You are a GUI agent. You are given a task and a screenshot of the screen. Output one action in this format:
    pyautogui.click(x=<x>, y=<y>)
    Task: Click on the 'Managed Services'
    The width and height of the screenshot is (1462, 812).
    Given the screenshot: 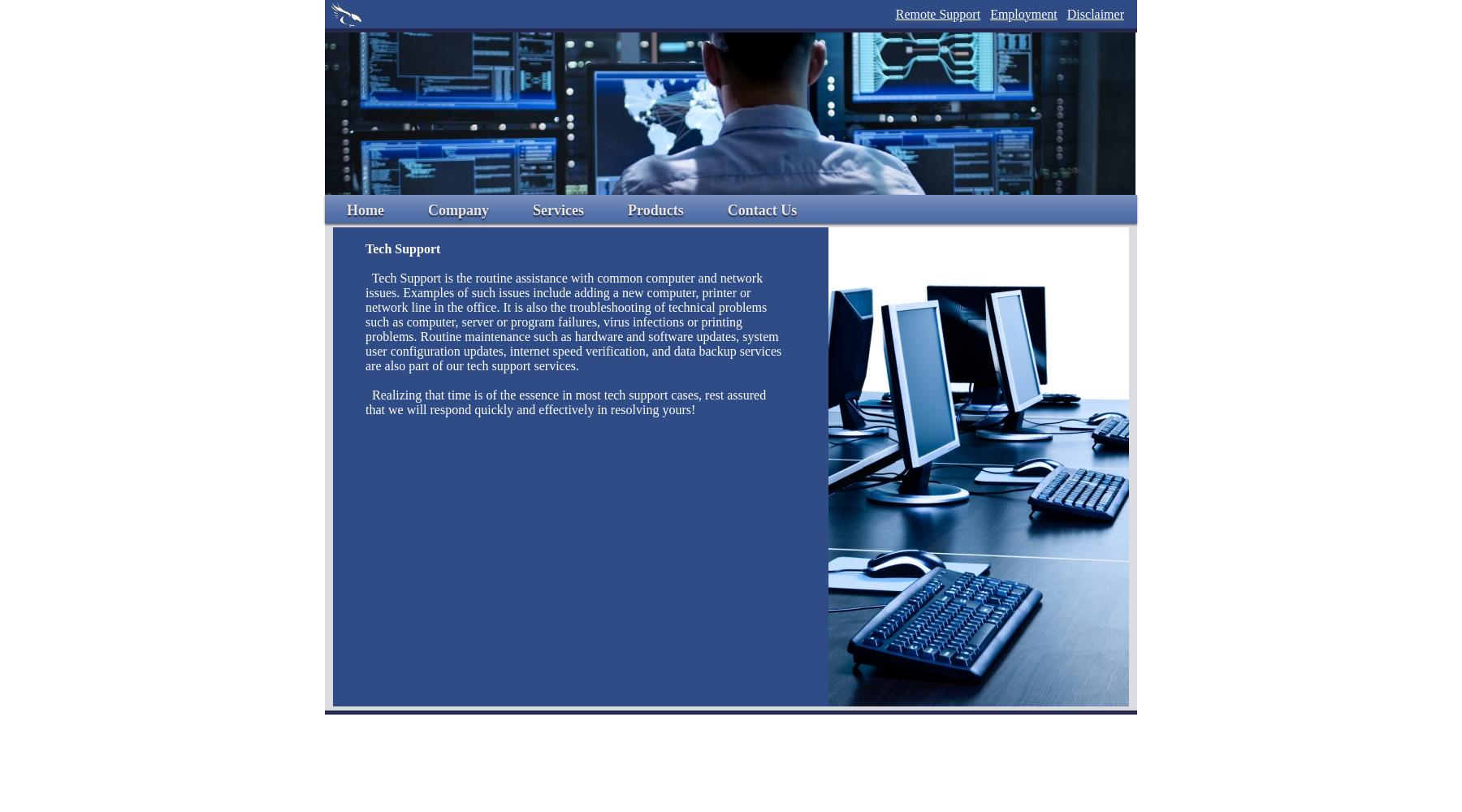 What is the action you would take?
    pyautogui.click(x=586, y=366)
    